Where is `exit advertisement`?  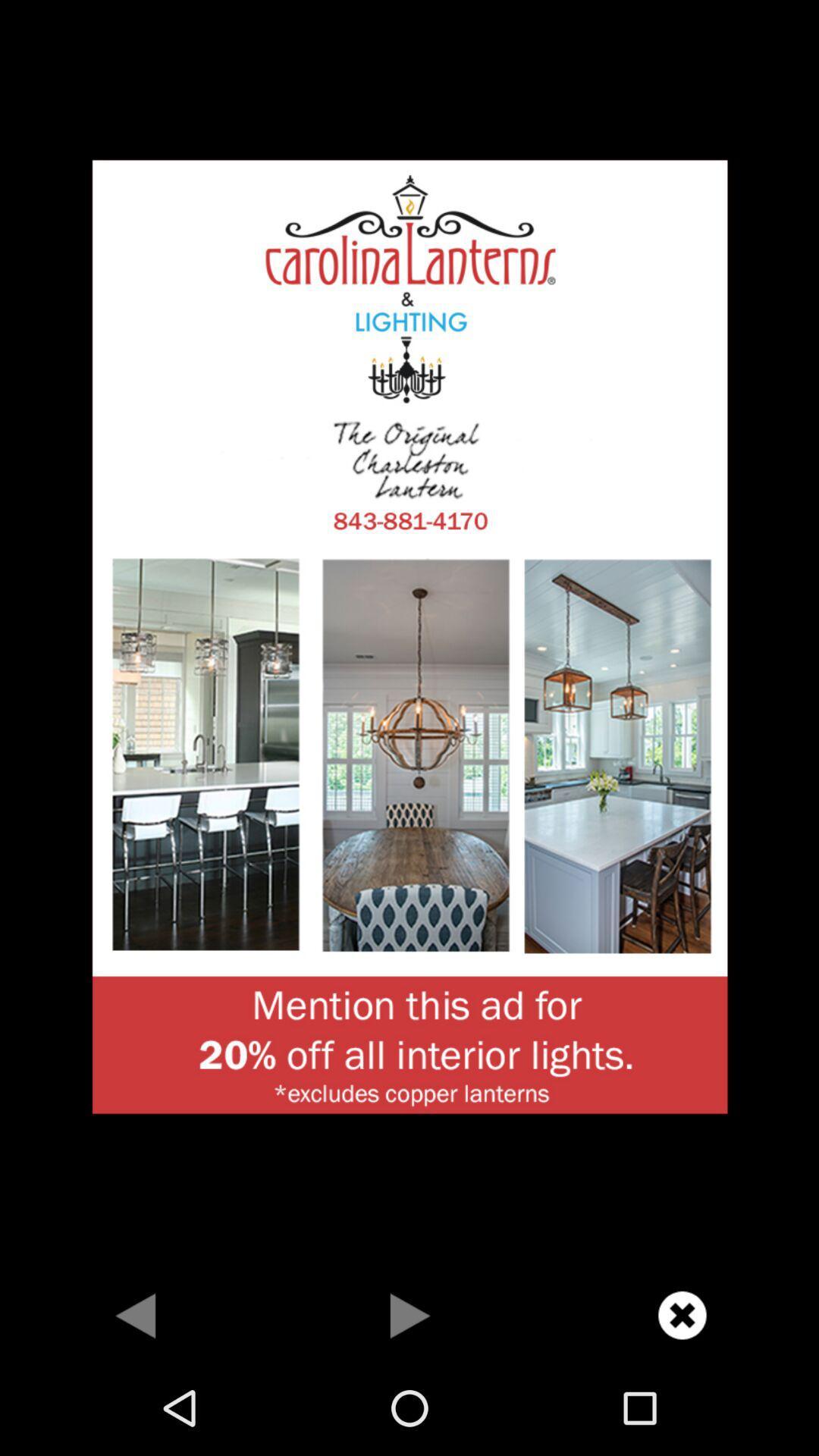 exit advertisement is located at coordinates (681, 1314).